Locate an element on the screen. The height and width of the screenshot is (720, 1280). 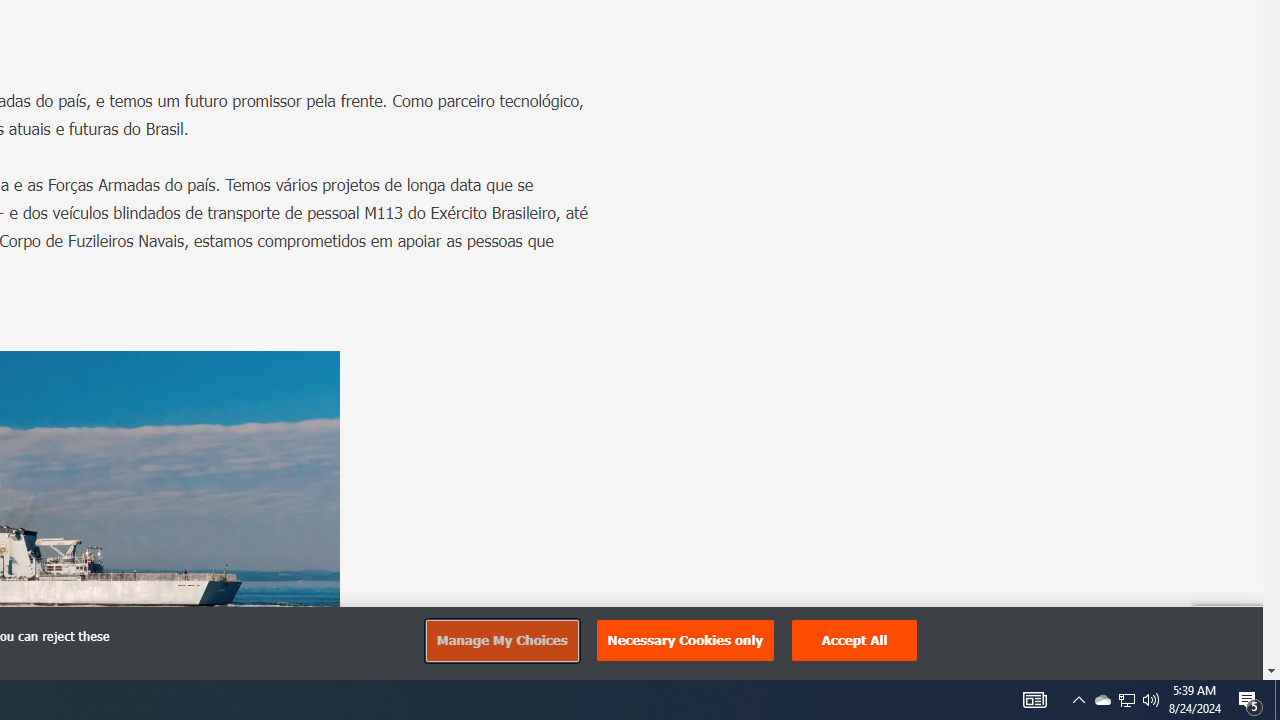
'Necessary Cookies only' is located at coordinates (685, 640).